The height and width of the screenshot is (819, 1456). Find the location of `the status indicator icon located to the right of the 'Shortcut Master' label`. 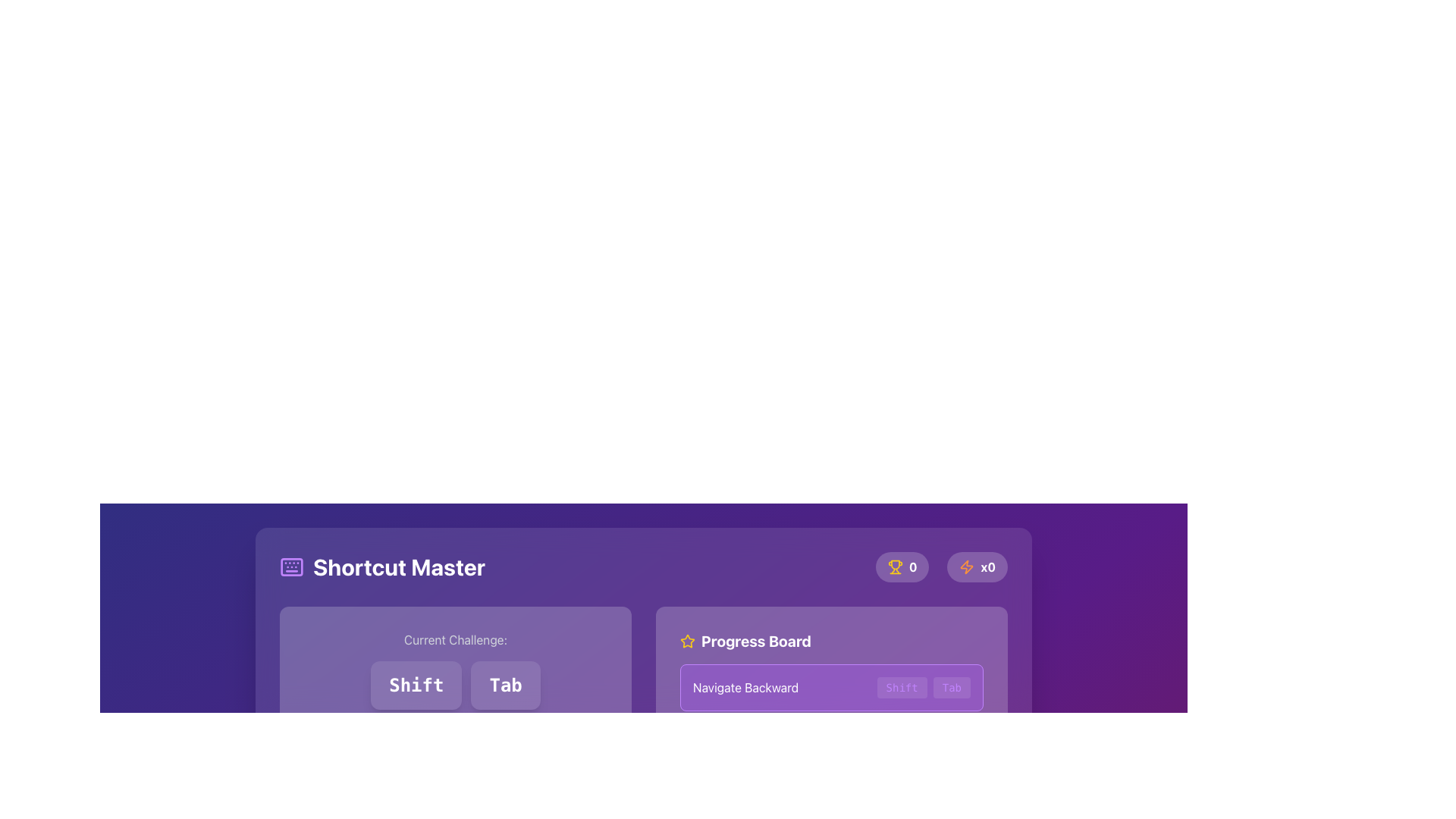

the status indicator icon located to the right of the 'Shortcut Master' label is located at coordinates (940, 567).